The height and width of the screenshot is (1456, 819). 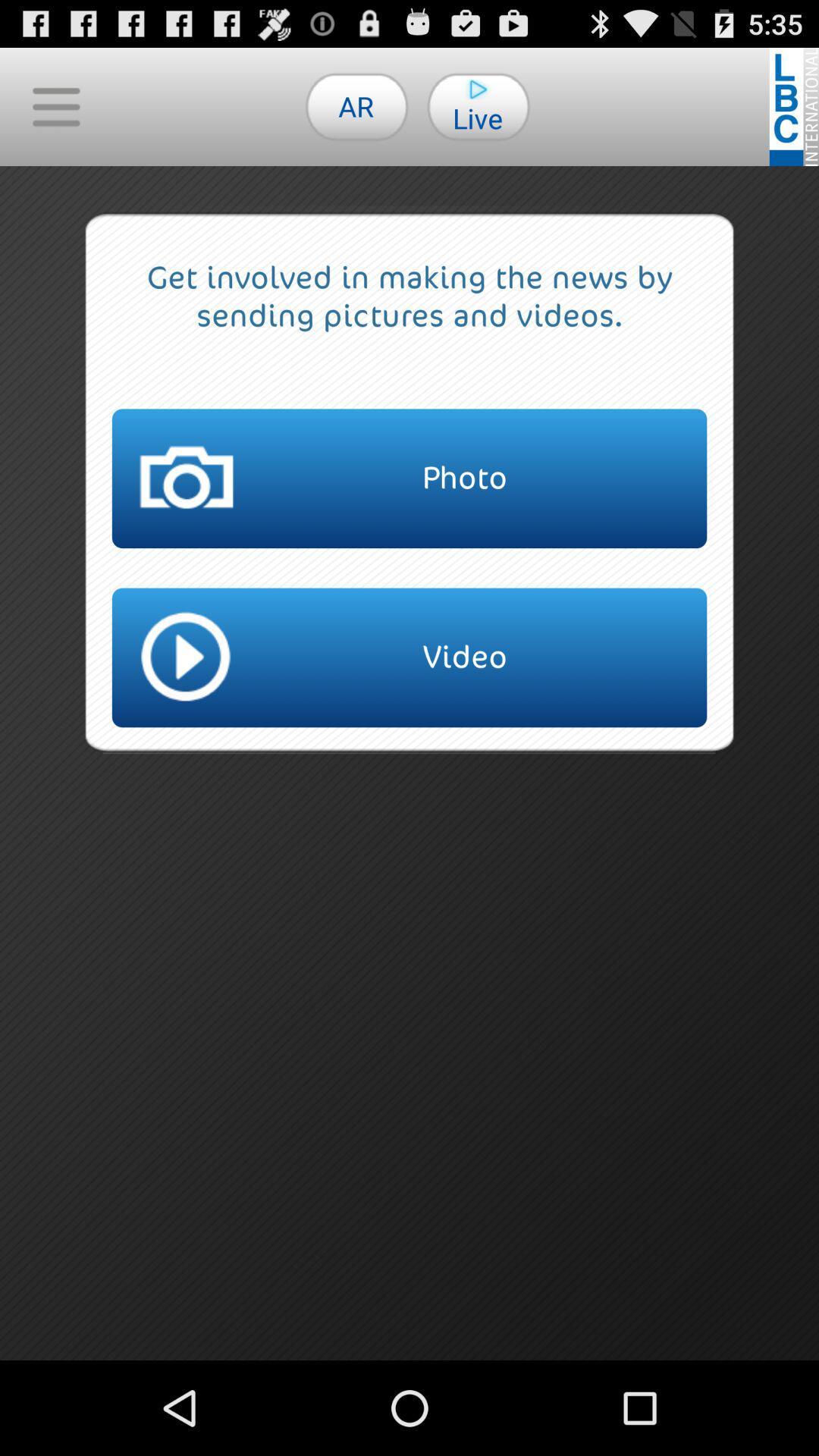 I want to click on the icon below get involved in item, so click(x=409, y=478).